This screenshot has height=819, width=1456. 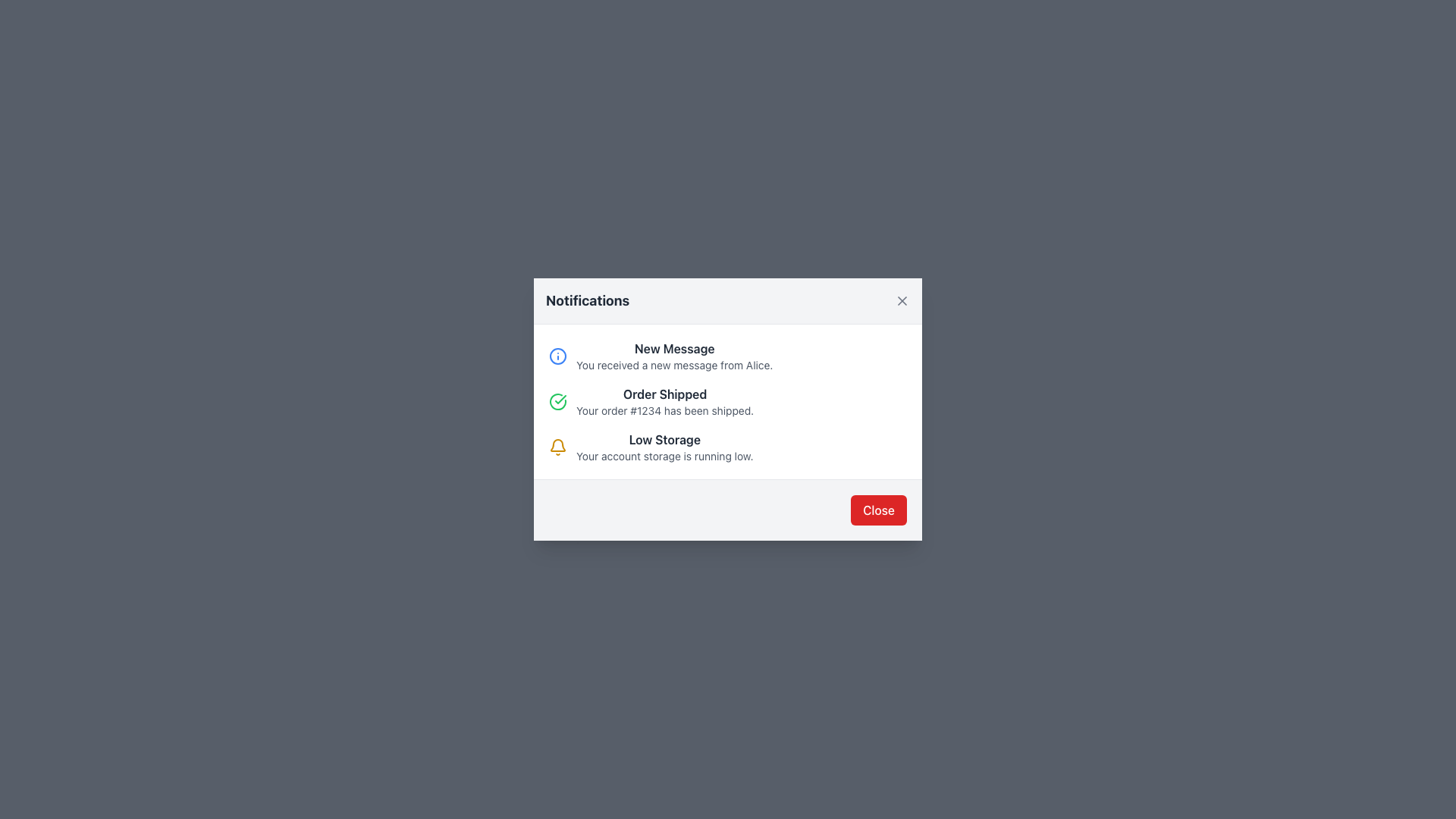 I want to click on the title text of the notification message that summarizes the alert related to account storage, which is the top text in the third notification item within the 'Notifications' dialog box, so click(x=664, y=439).